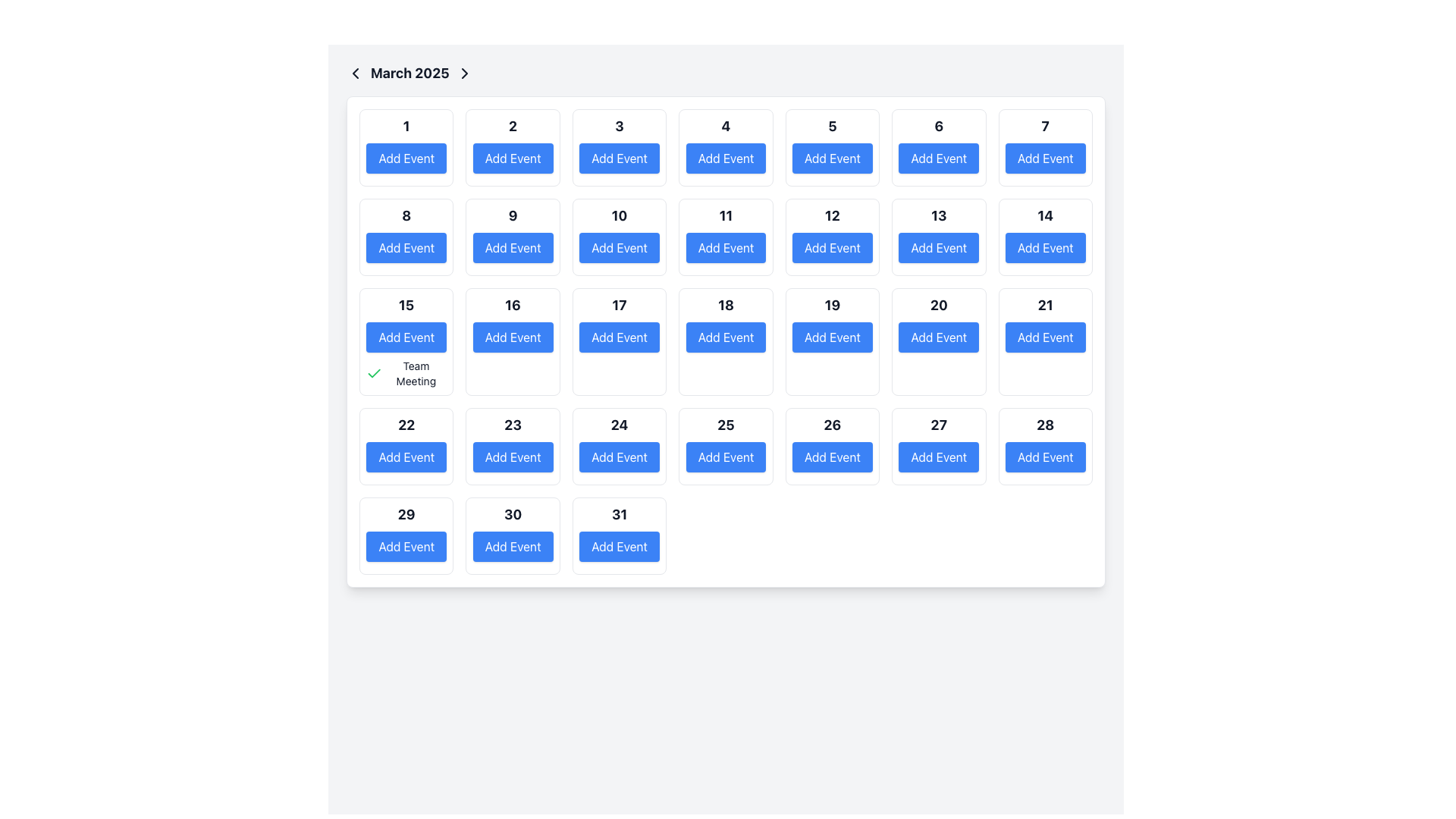 This screenshot has width=1456, height=819. I want to click on the 'Add Event' button located in the calendar grid under the header 'March 2025', specifically in the fourth column and the first row, to initiate an event addition, so click(725, 158).